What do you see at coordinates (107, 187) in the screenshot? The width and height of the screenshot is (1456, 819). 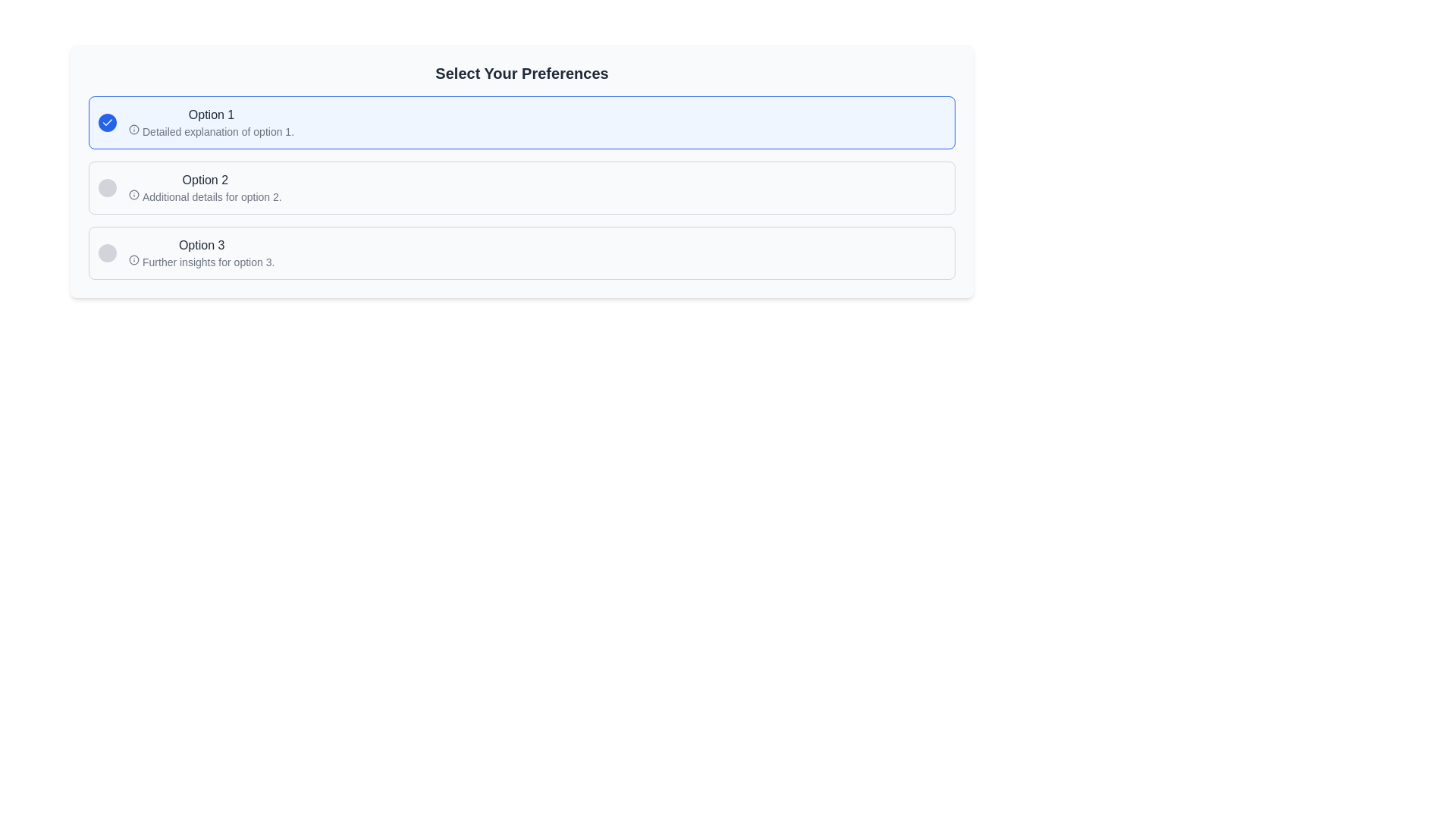 I see `the inactive decorative indicator for 'Option 2', which is the second circular element in a vertical list, located to the left of the associated text` at bounding box center [107, 187].